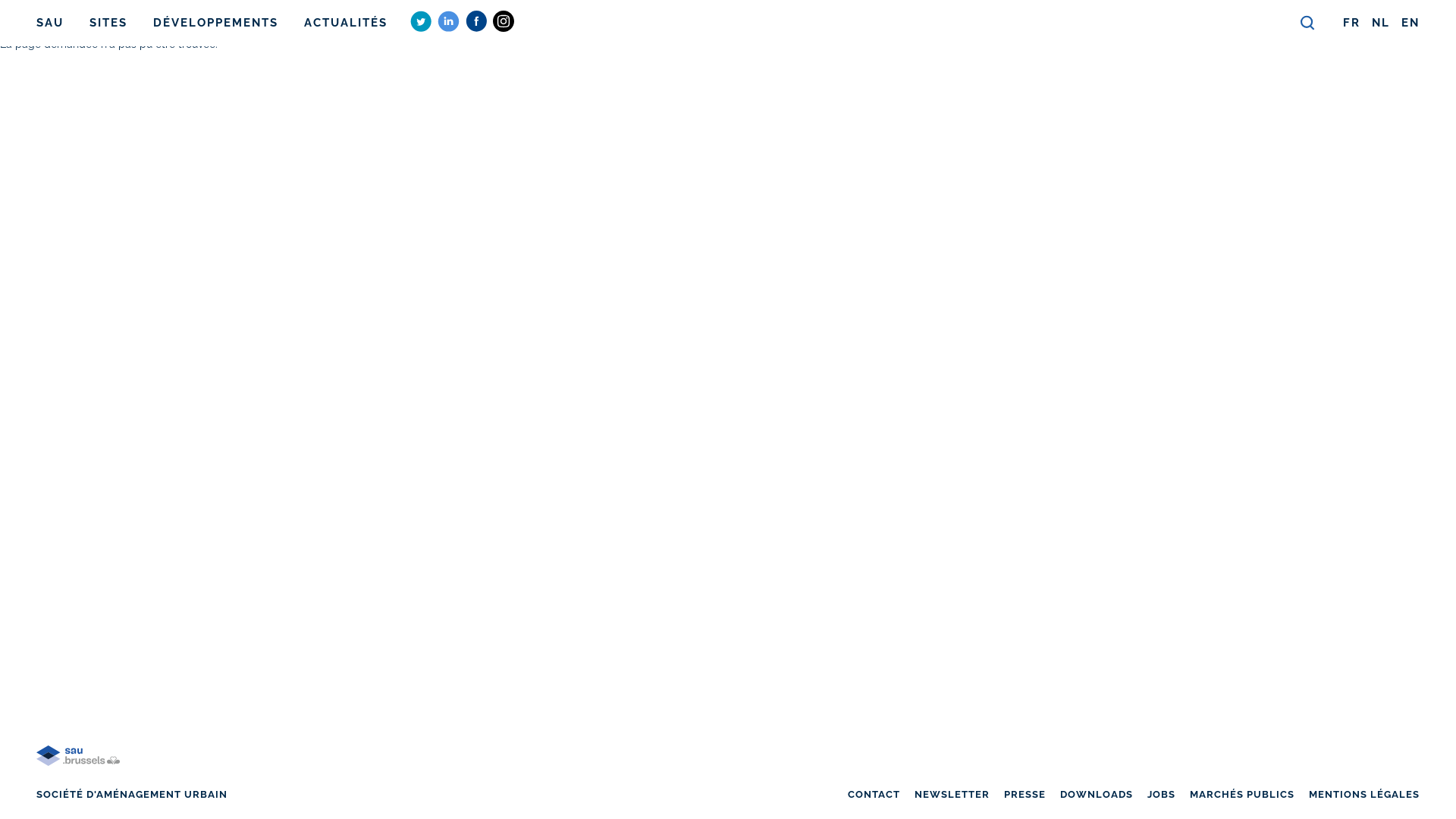  What do you see at coordinates (1307, 23) in the screenshot?
I see `'Search'` at bounding box center [1307, 23].